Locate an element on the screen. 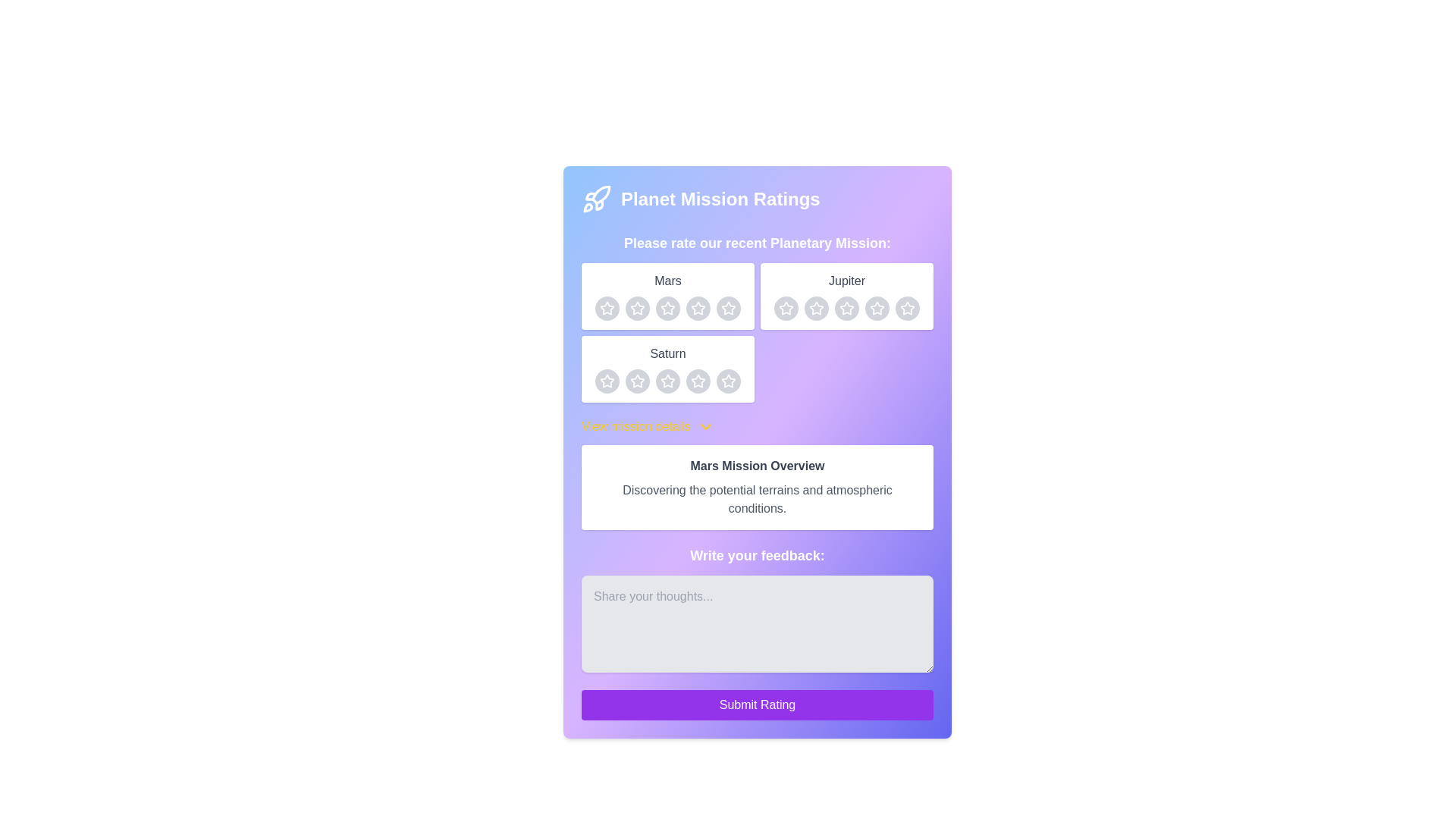  the third star icon in the five-star rating widget under the 'Mars' section to rate it is located at coordinates (728, 307).